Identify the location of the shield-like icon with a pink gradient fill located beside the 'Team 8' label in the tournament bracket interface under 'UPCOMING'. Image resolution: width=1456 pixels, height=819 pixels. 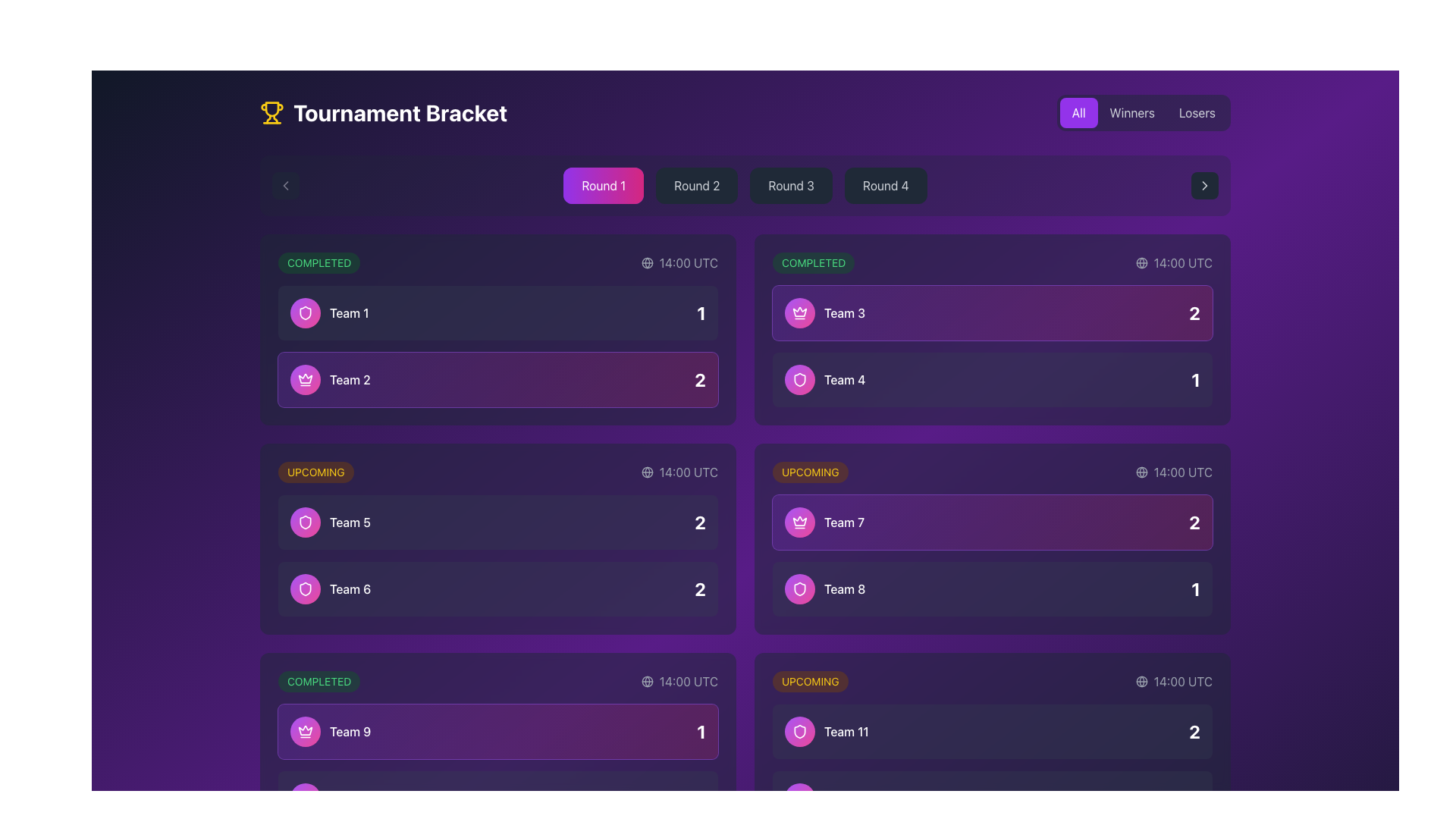
(799, 379).